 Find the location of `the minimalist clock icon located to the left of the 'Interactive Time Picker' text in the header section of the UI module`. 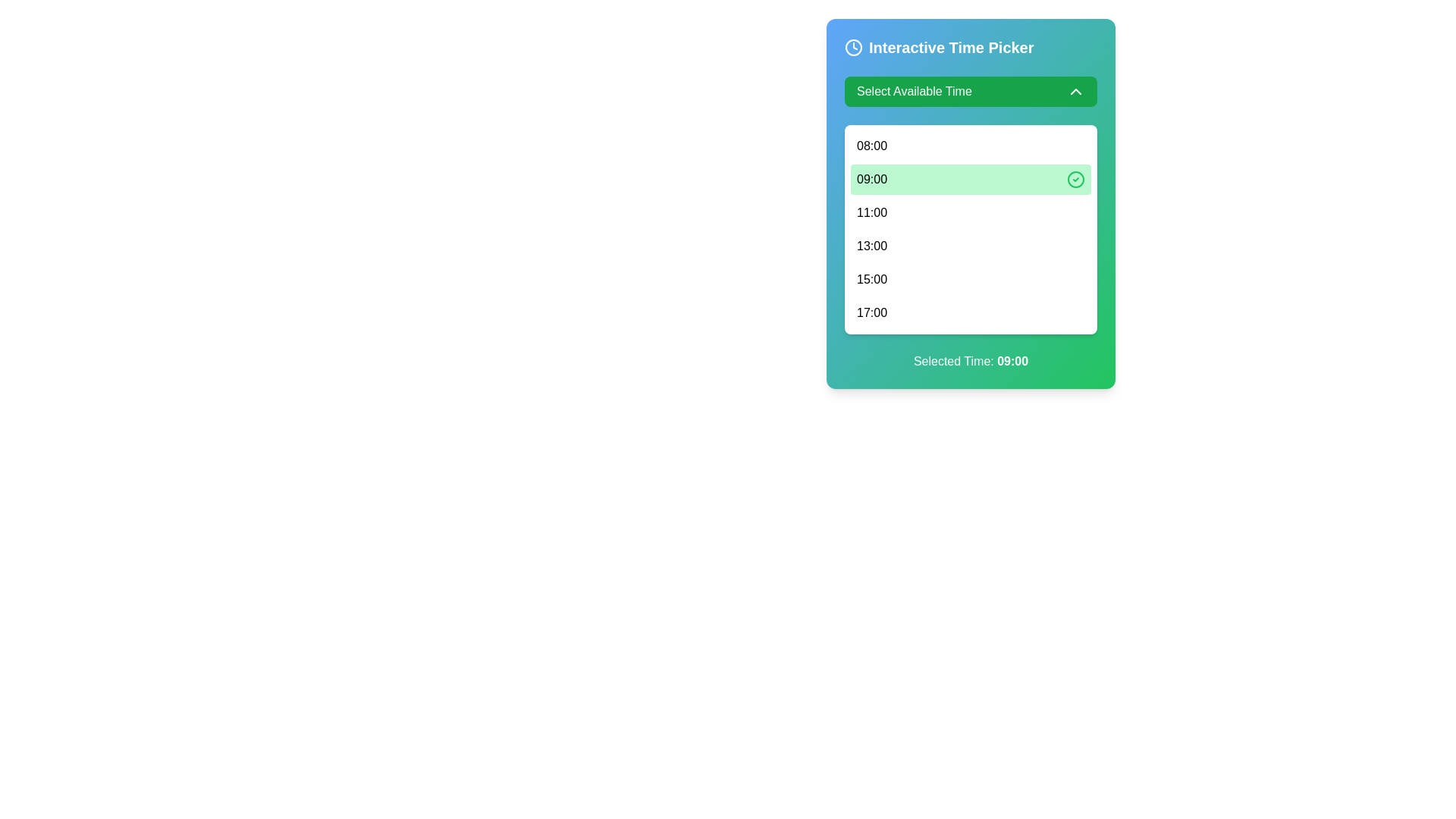

the minimalist clock icon located to the left of the 'Interactive Time Picker' text in the header section of the UI module is located at coordinates (854, 46).